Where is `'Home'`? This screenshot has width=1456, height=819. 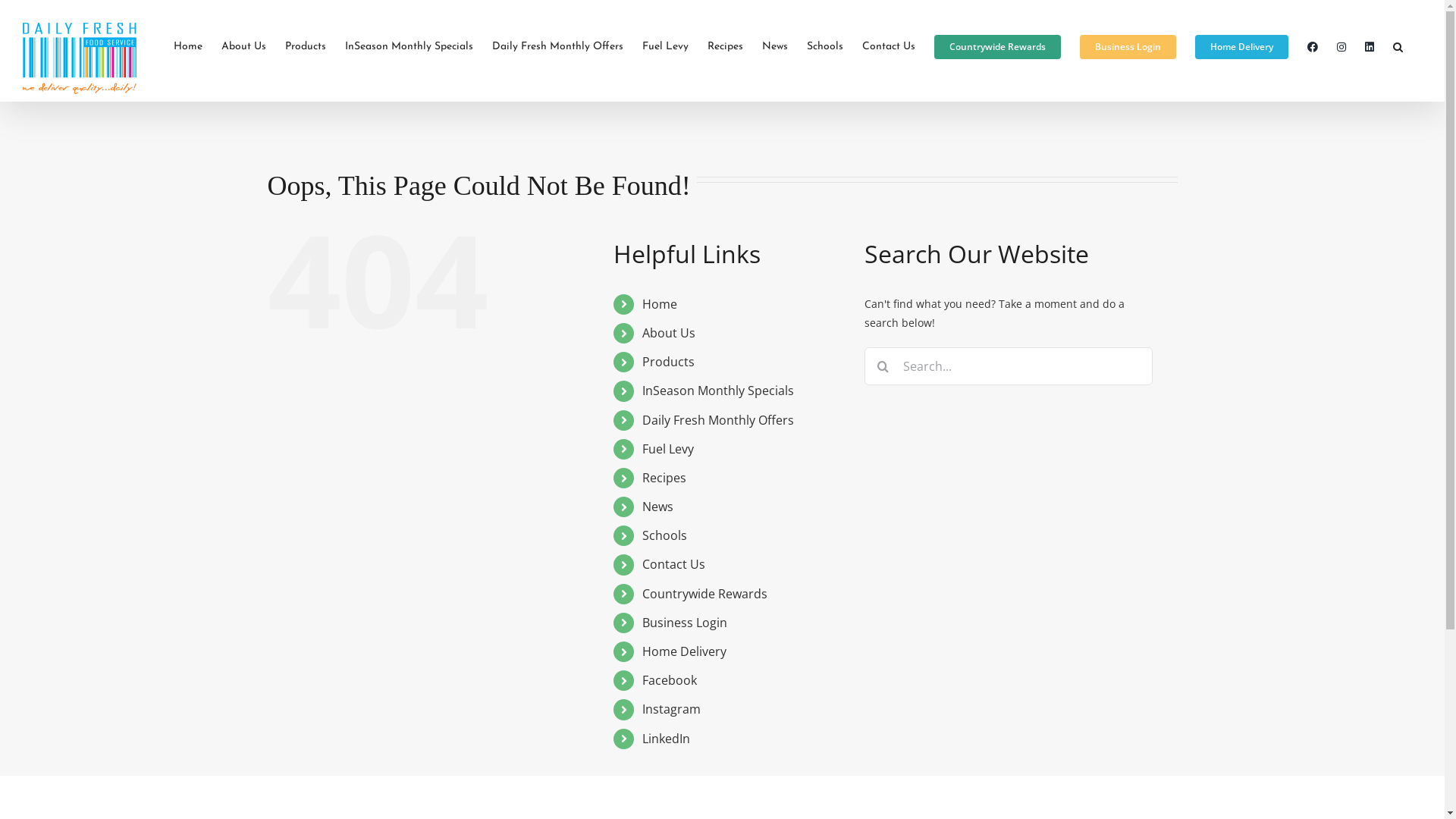
'Home' is located at coordinates (187, 45).